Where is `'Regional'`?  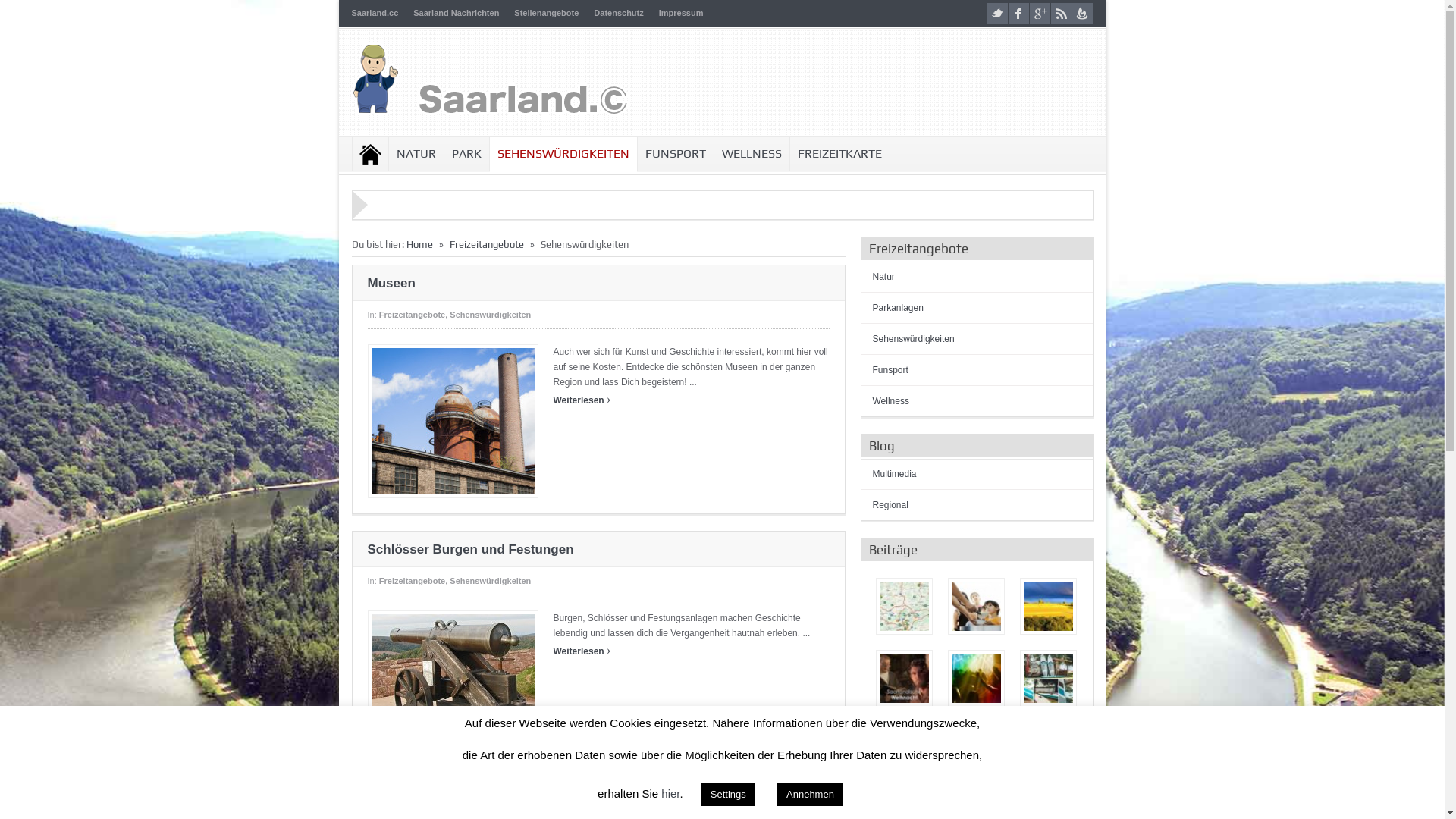
'Regional' is located at coordinates (890, 505).